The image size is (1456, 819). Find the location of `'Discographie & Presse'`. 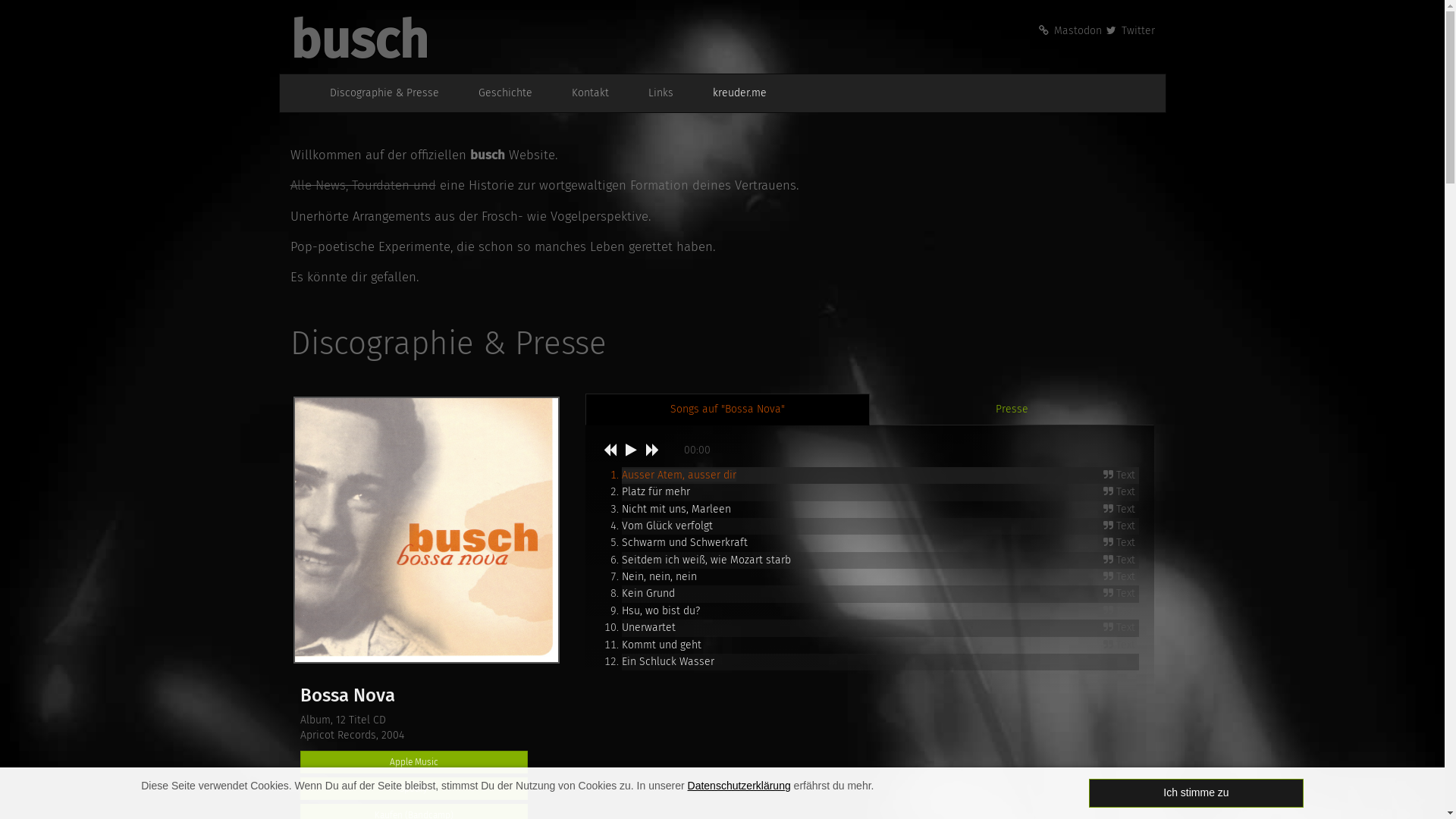

'Discographie & Presse' is located at coordinates (375, 93).